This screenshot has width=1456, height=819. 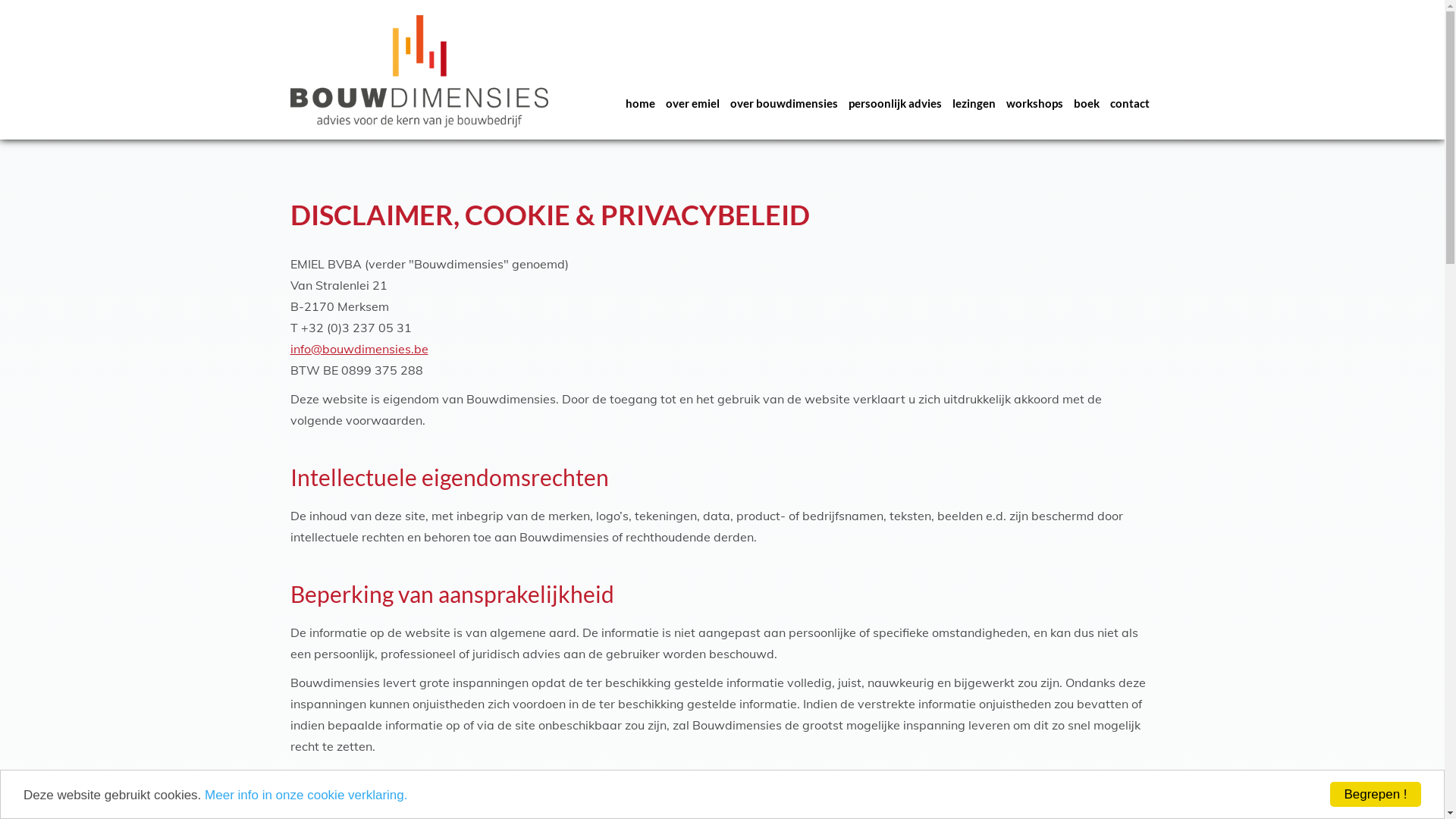 What do you see at coordinates (895, 102) in the screenshot?
I see `'persoonlijk advies'` at bounding box center [895, 102].